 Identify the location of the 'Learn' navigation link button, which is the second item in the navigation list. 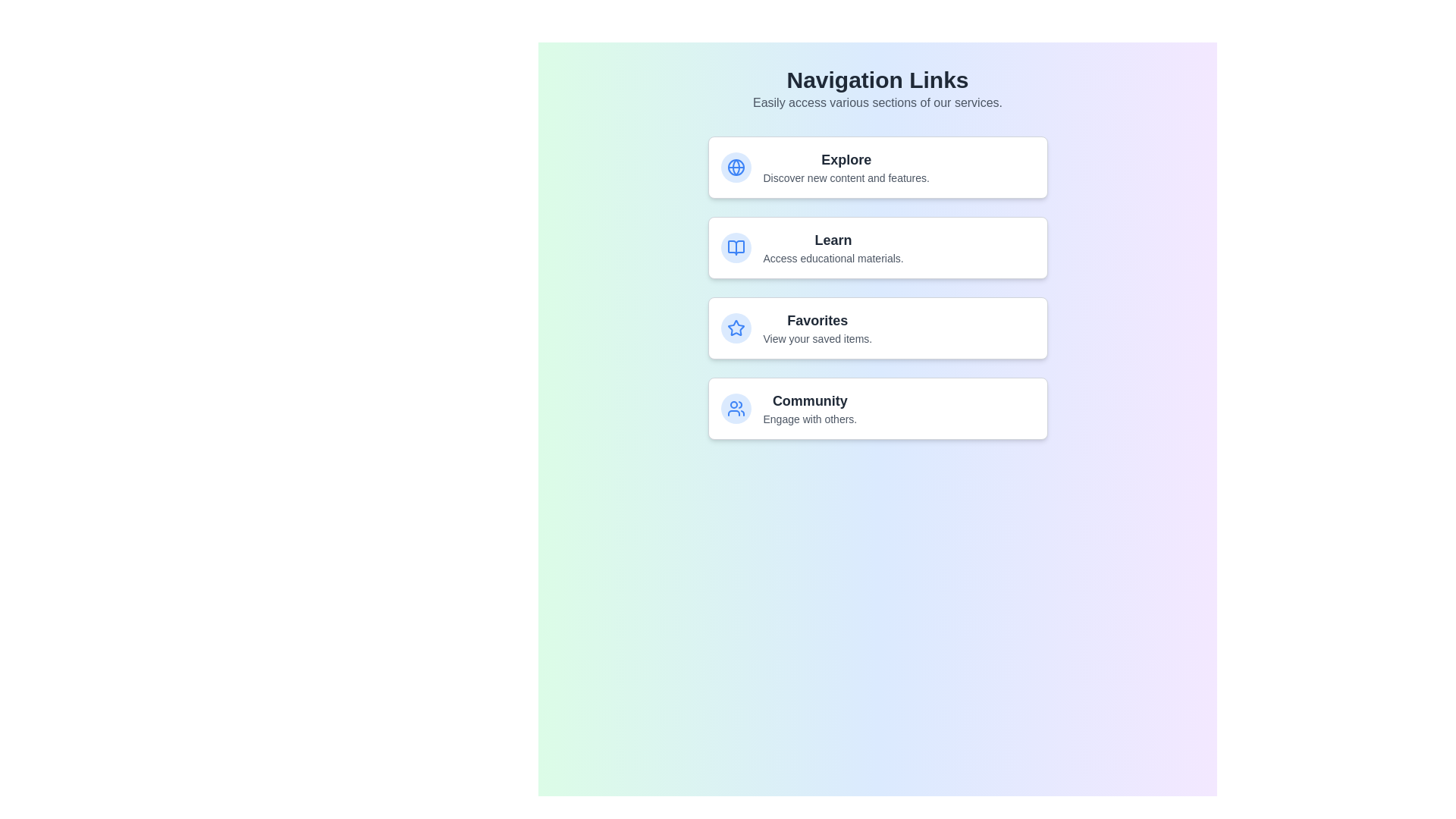
(877, 253).